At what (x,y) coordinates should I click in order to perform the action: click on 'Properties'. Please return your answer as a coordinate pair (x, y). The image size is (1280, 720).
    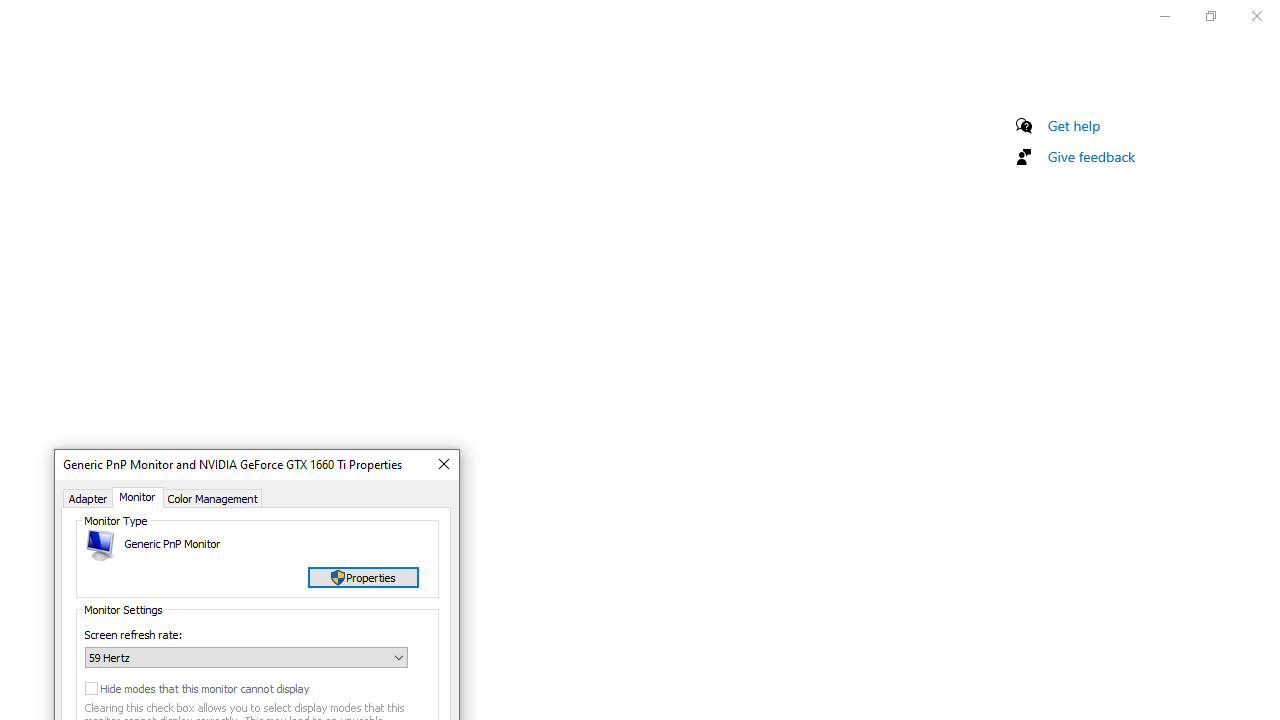
    Looking at the image, I should click on (363, 577).